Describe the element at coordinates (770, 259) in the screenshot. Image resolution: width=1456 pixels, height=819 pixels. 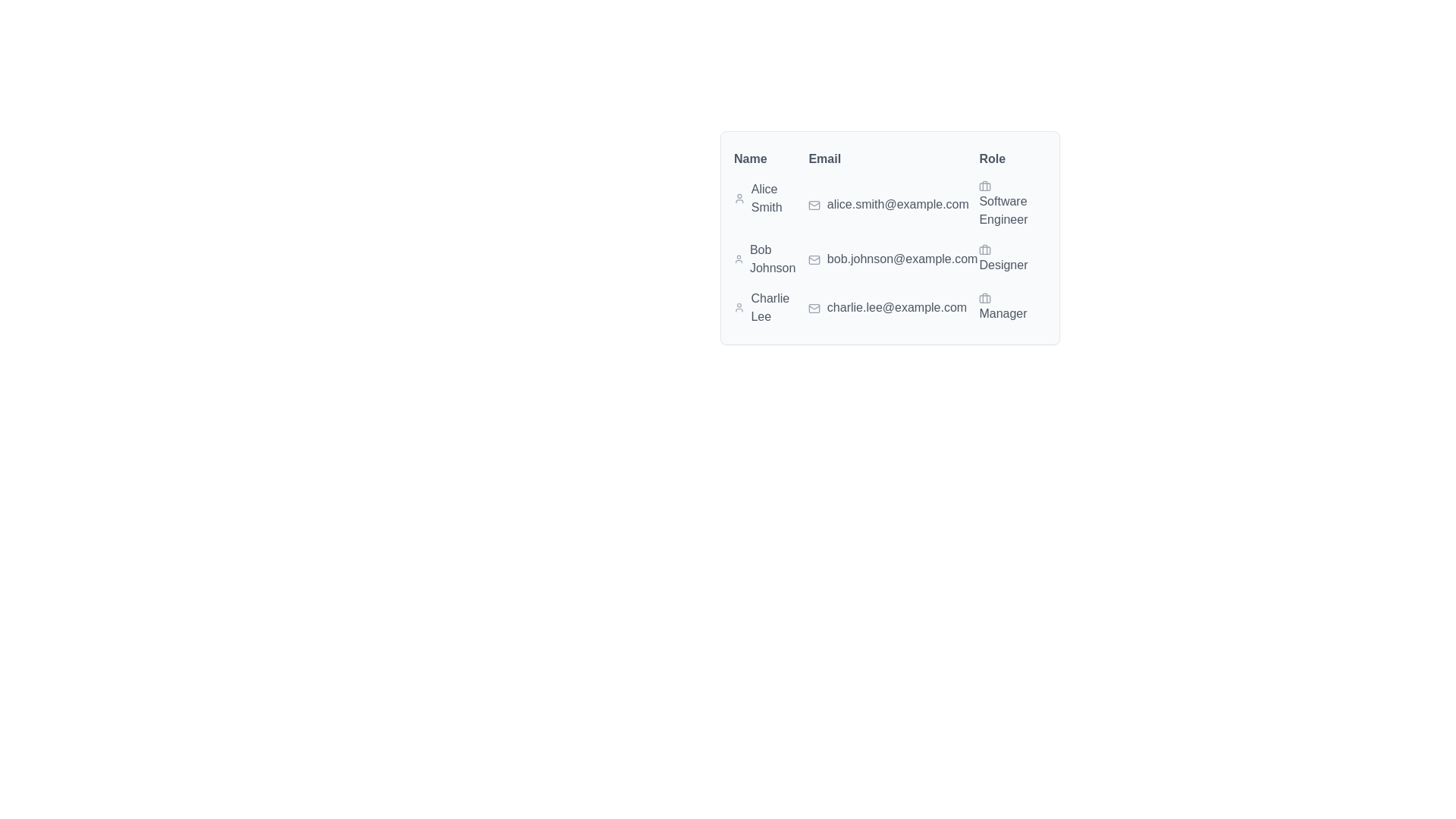
I see `the text label displaying the name 'Bob Johnson' in the second row of the user identification table` at that location.